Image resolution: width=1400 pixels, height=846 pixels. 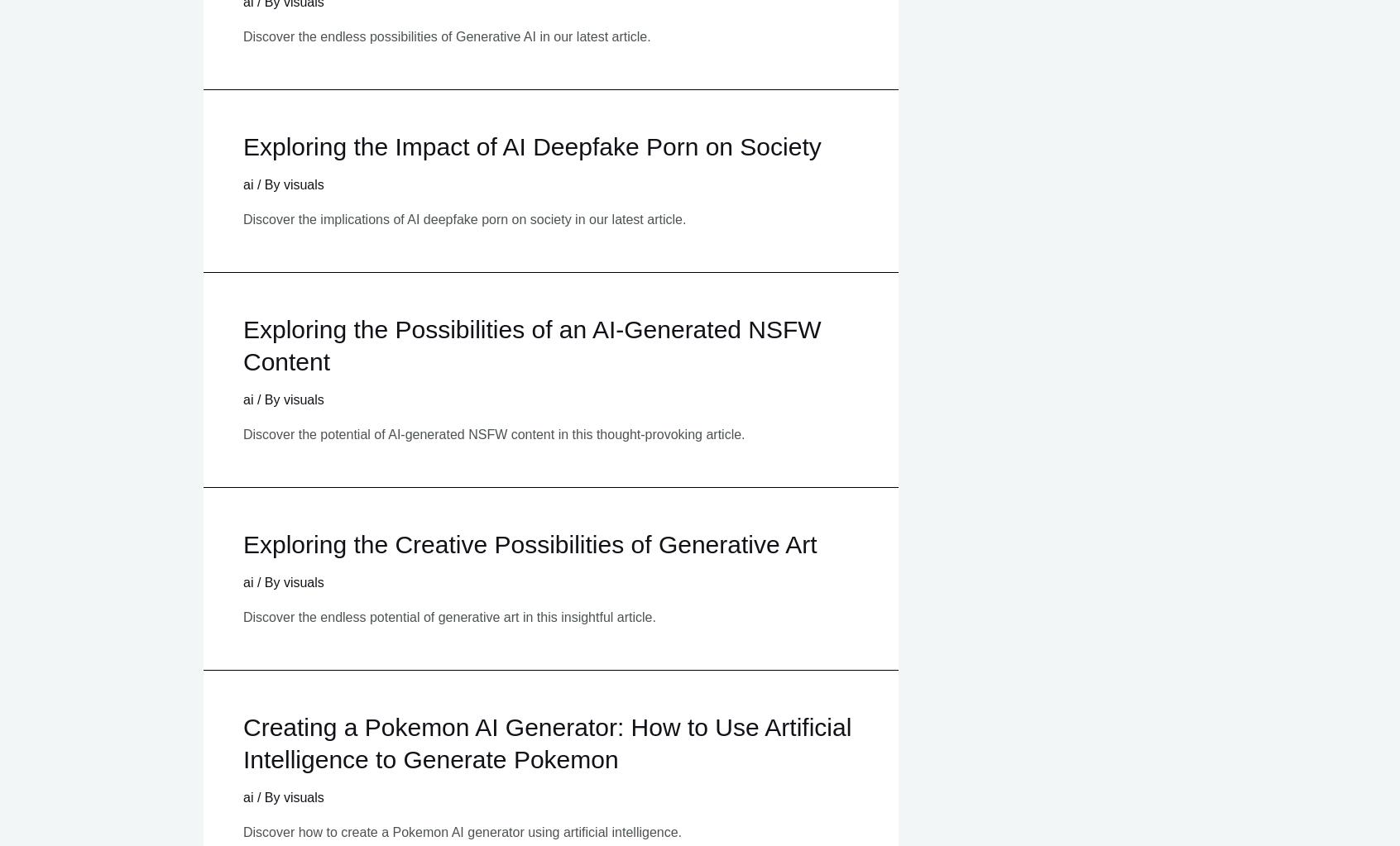 What do you see at coordinates (242, 830) in the screenshot?
I see `'Discover how to create a Pokemon AI generator using artificial intelligence.'` at bounding box center [242, 830].